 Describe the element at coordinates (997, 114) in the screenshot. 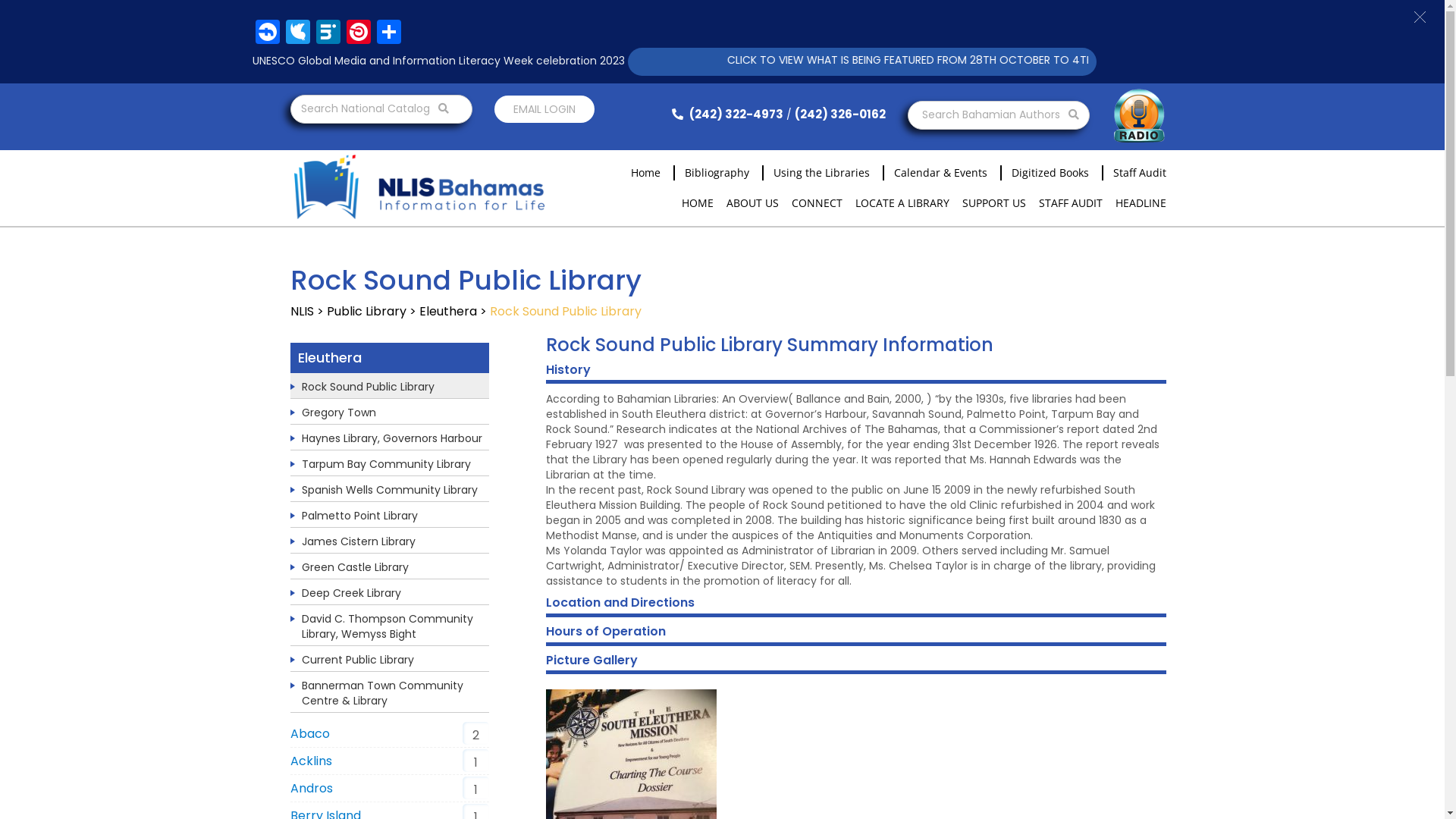

I see `'Search Bahamian Authors'` at that location.